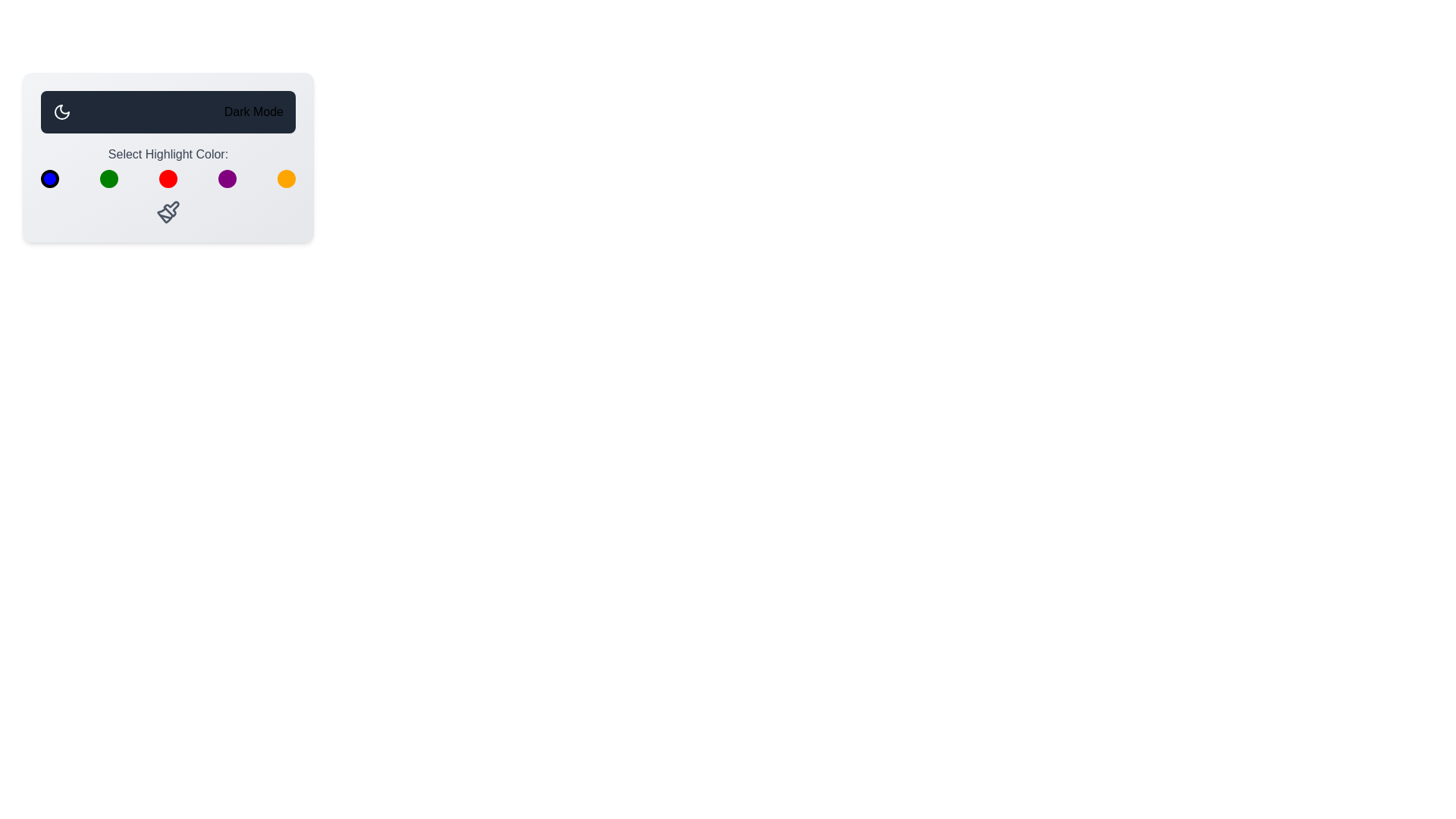 Image resolution: width=1456 pixels, height=819 pixels. I want to click on the leftmost circular button with a blue fill color and black border located under the text 'Select Highlight Color:', so click(50, 177).